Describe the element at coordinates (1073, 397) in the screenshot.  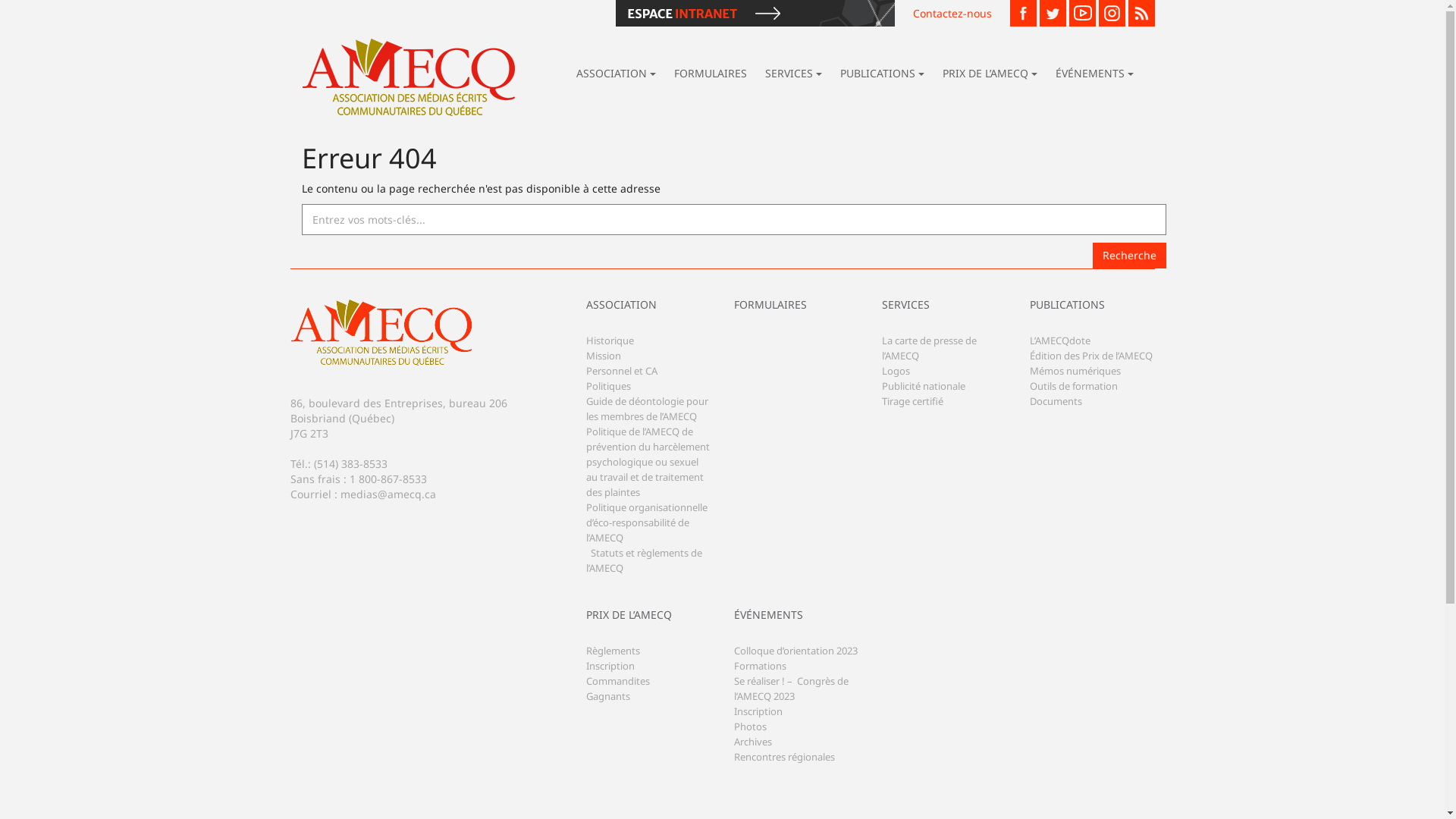
I see `'Outils de formation'` at that location.